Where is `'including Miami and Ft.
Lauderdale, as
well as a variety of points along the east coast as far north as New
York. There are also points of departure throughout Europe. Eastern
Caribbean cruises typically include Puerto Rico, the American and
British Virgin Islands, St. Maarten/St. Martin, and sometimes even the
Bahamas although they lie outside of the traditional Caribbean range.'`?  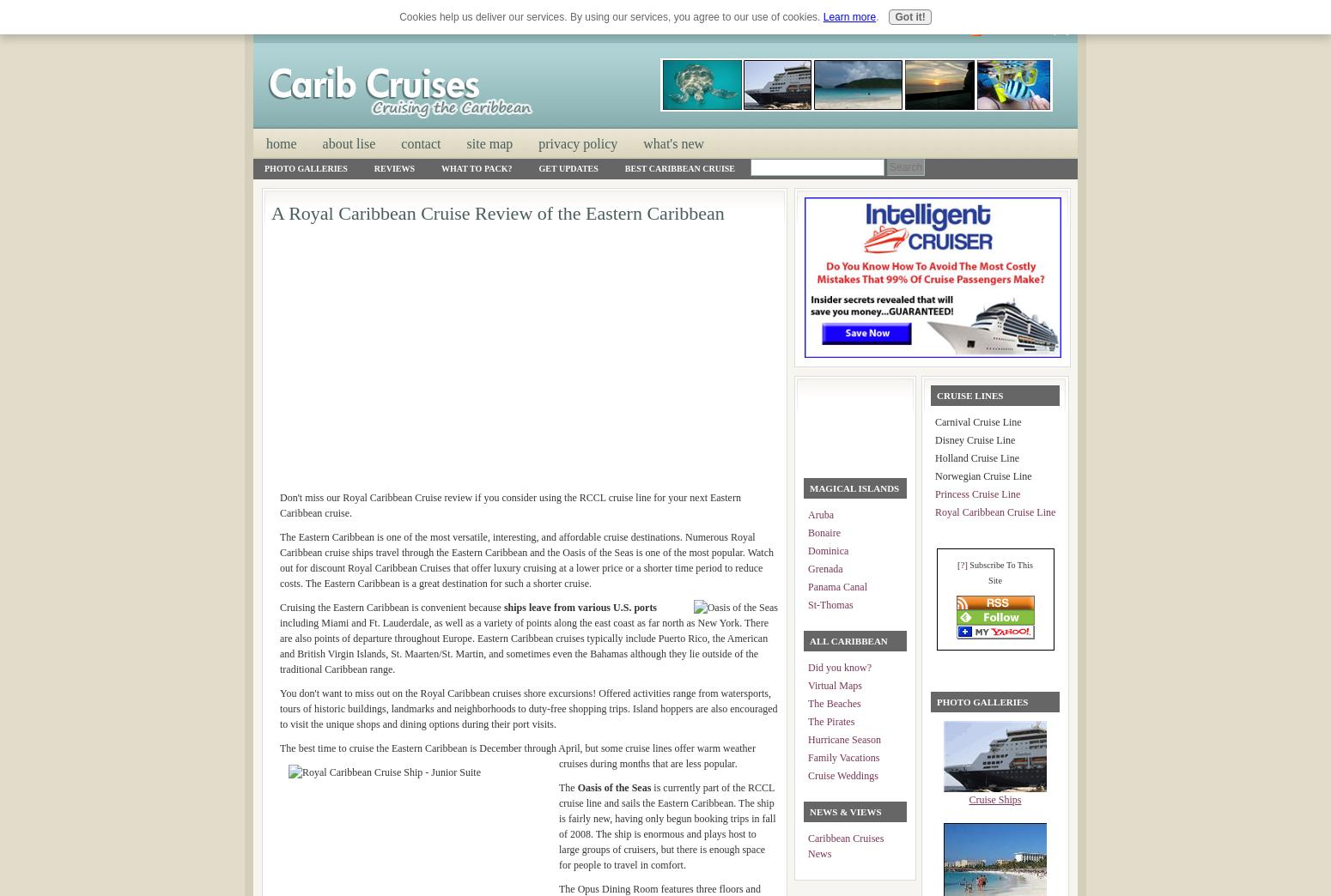 'including Miami and Ft.
Lauderdale, as
well as a variety of points along the east coast as far north as New
York. There are also points of departure throughout Europe. Eastern
Caribbean cruises typically include Puerto Rico, the American and
British Virgin Islands, St. Maarten/St. Martin, and sometimes even the
Bahamas although they lie outside of the traditional Caribbean range.' is located at coordinates (523, 646).